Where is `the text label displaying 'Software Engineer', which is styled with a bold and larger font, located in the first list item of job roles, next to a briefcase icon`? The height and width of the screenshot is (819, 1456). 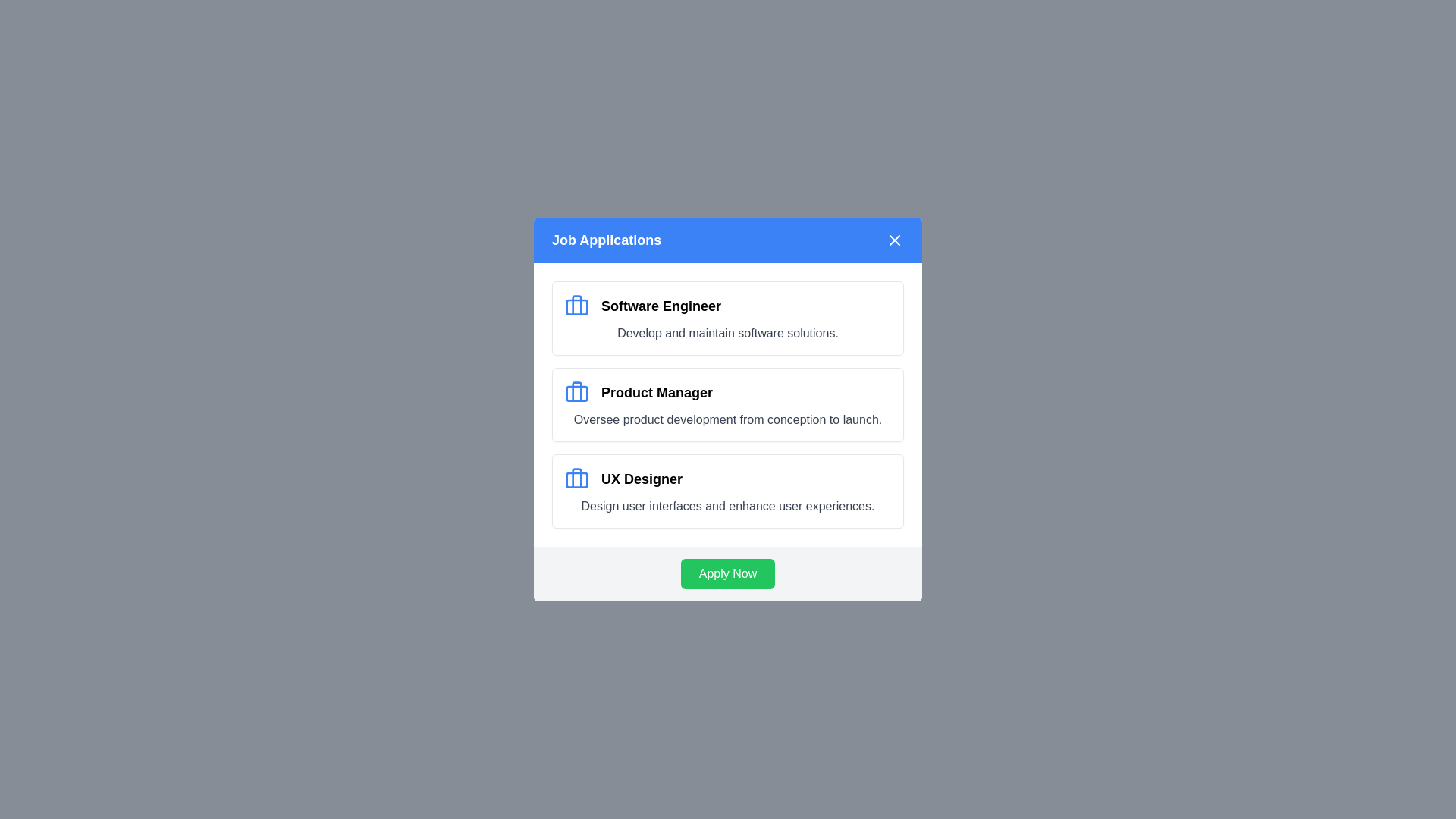 the text label displaying 'Software Engineer', which is styled with a bold and larger font, located in the first list item of job roles, next to a briefcase icon is located at coordinates (661, 306).